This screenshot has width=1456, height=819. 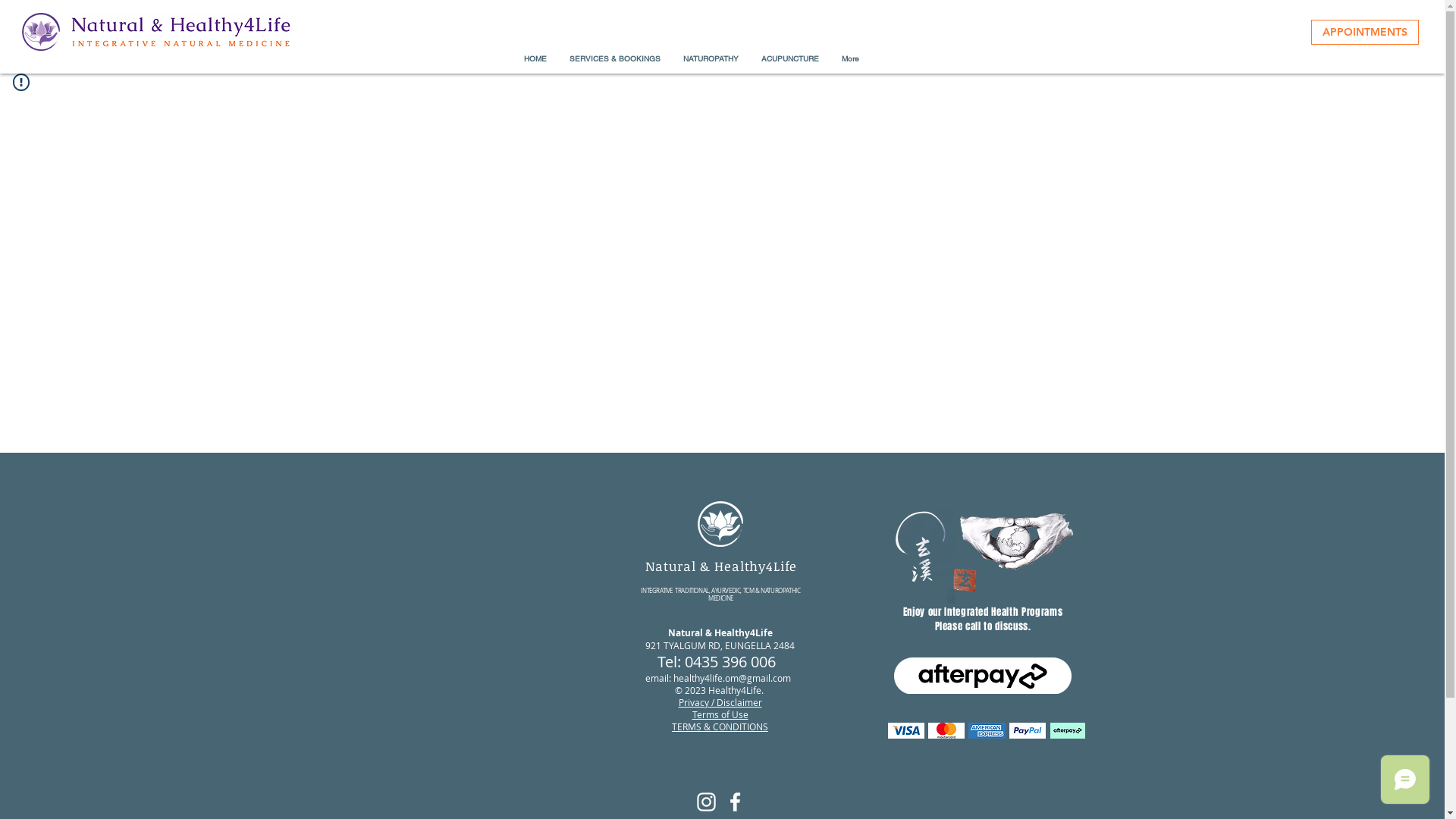 What do you see at coordinates (732, 677) in the screenshot?
I see `'healthy4life.om@gmail.com'` at bounding box center [732, 677].